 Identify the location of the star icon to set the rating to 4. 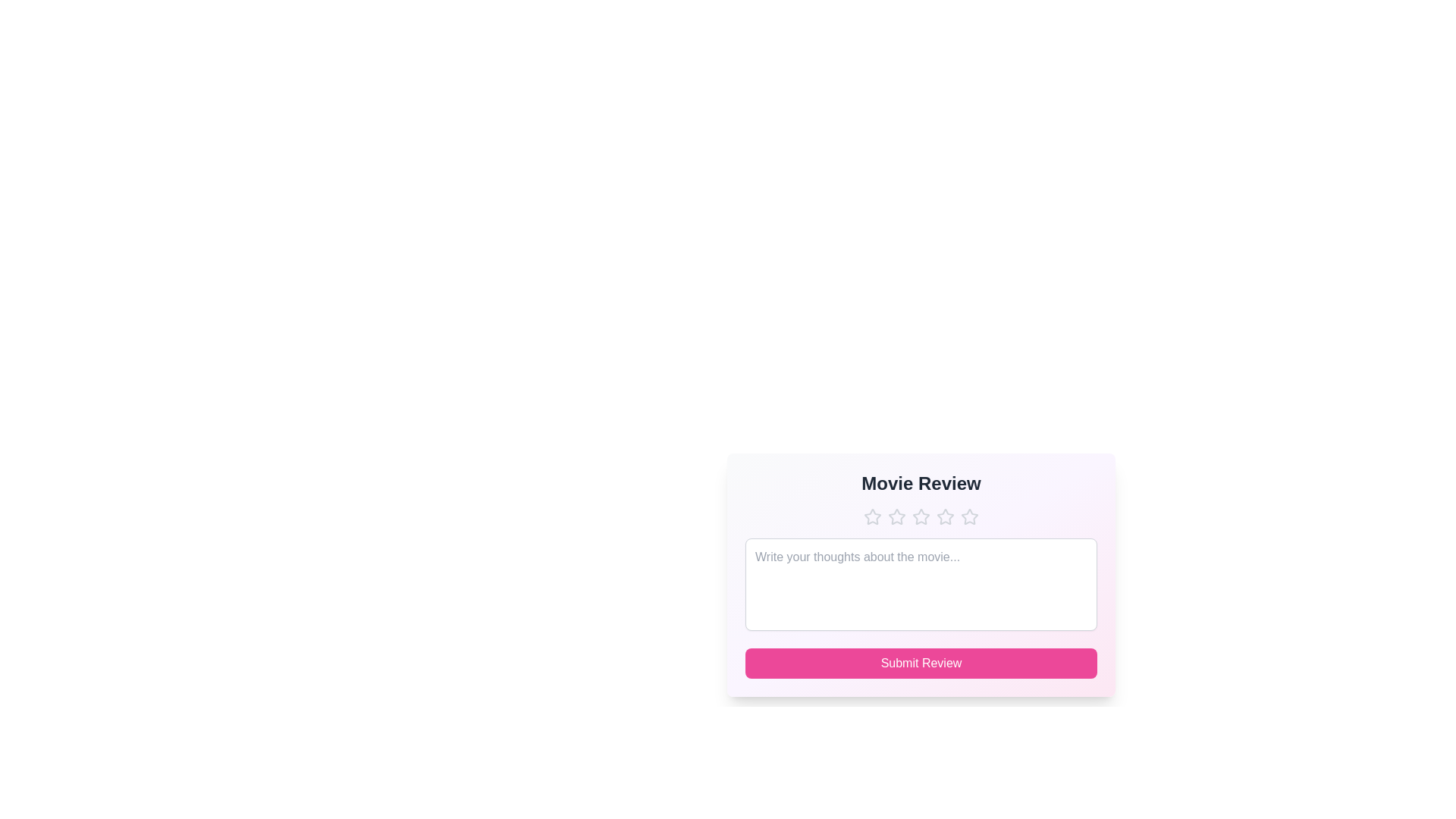
(945, 516).